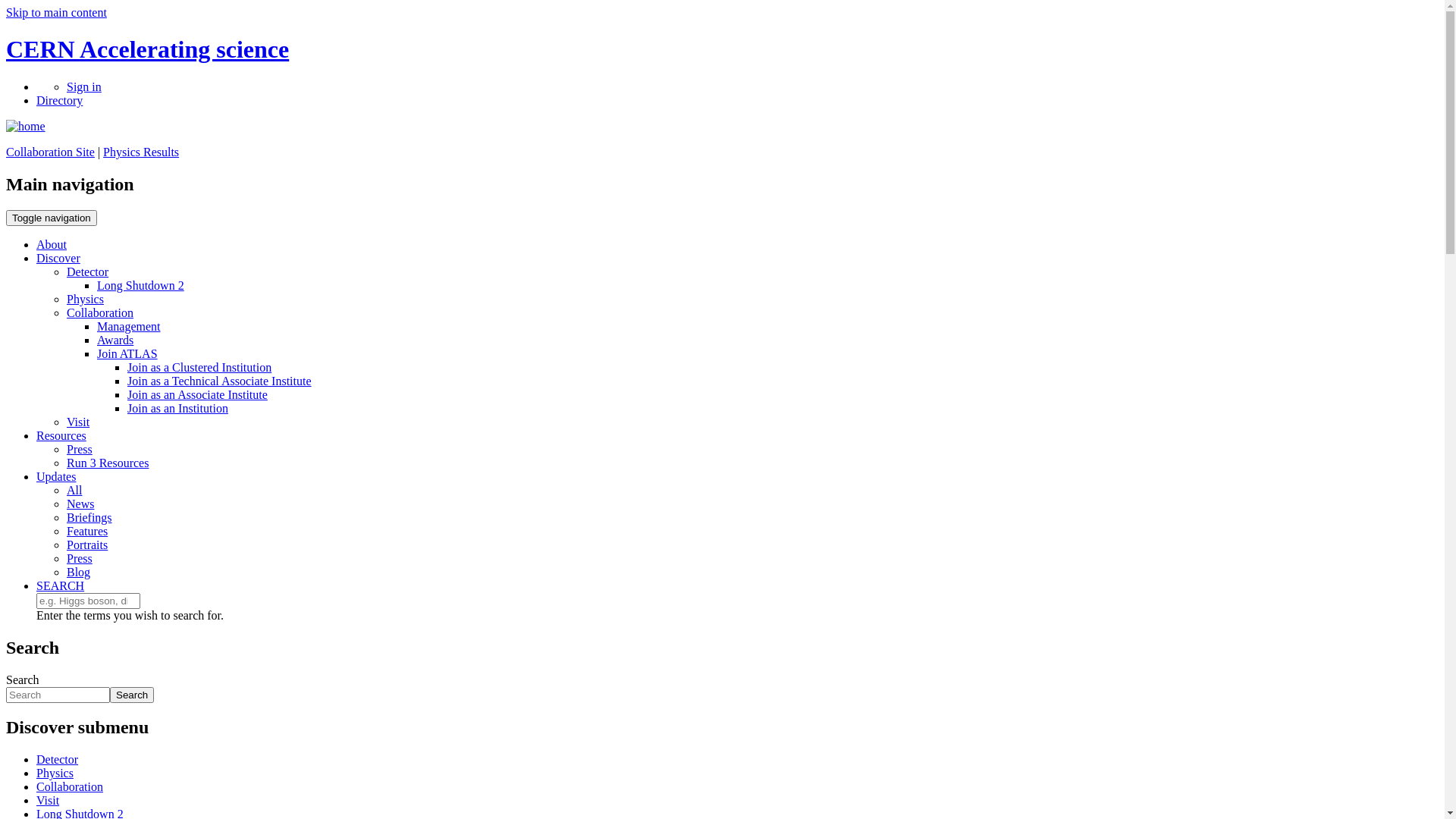 The height and width of the screenshot is (819, 1456). I want to click on 'Collaboration Site', so click(50, 152).